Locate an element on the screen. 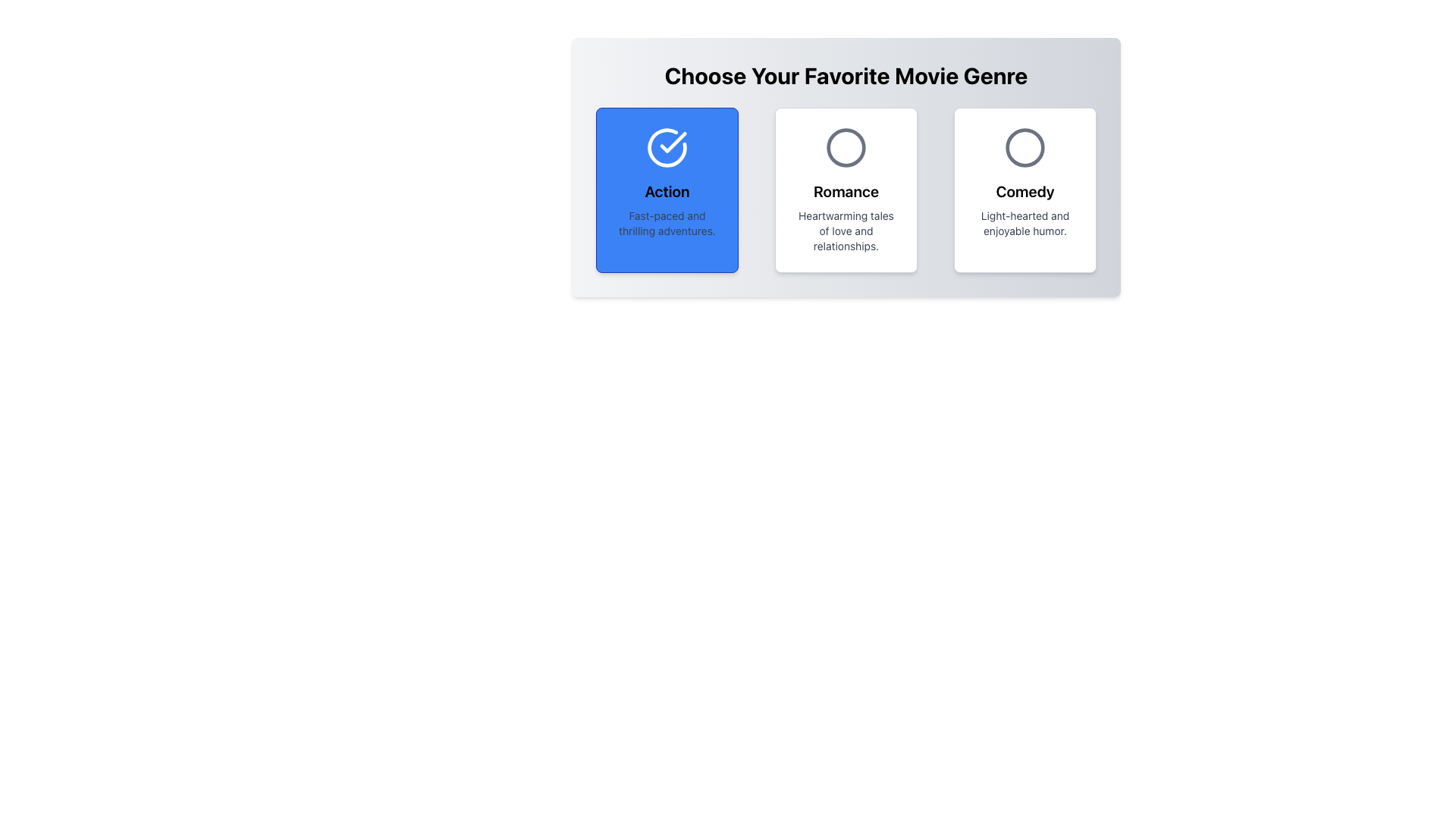 This screenshot has height=819, width=1456. the outlined check symbol tick mark located in the upper section of the circular icon within the 'Action' card, which describes 'Fast-paced and thrilling adventures.' is located at coordinates (673, 143).